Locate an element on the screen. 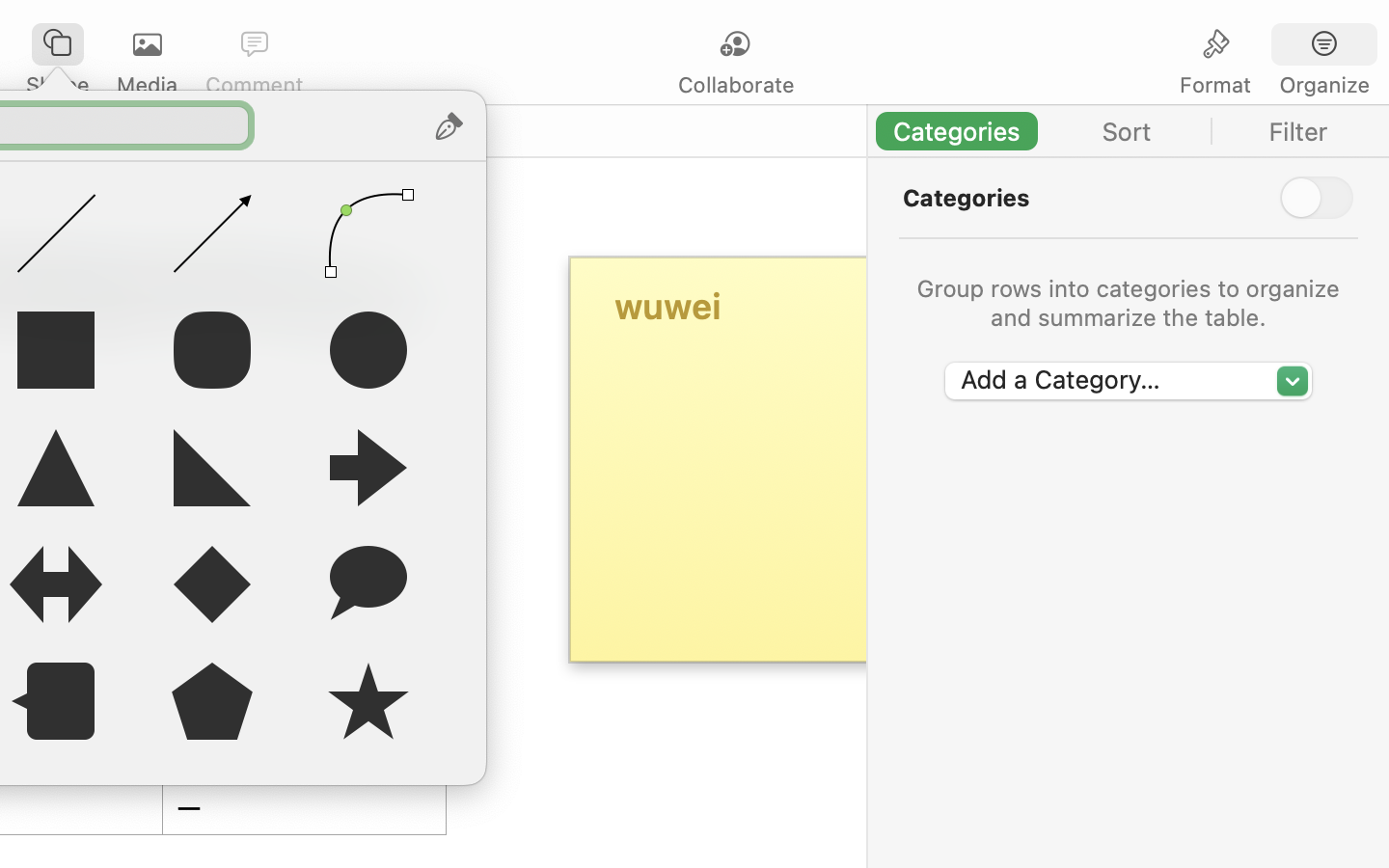  'Format' is located at coordinates (1214, 84).